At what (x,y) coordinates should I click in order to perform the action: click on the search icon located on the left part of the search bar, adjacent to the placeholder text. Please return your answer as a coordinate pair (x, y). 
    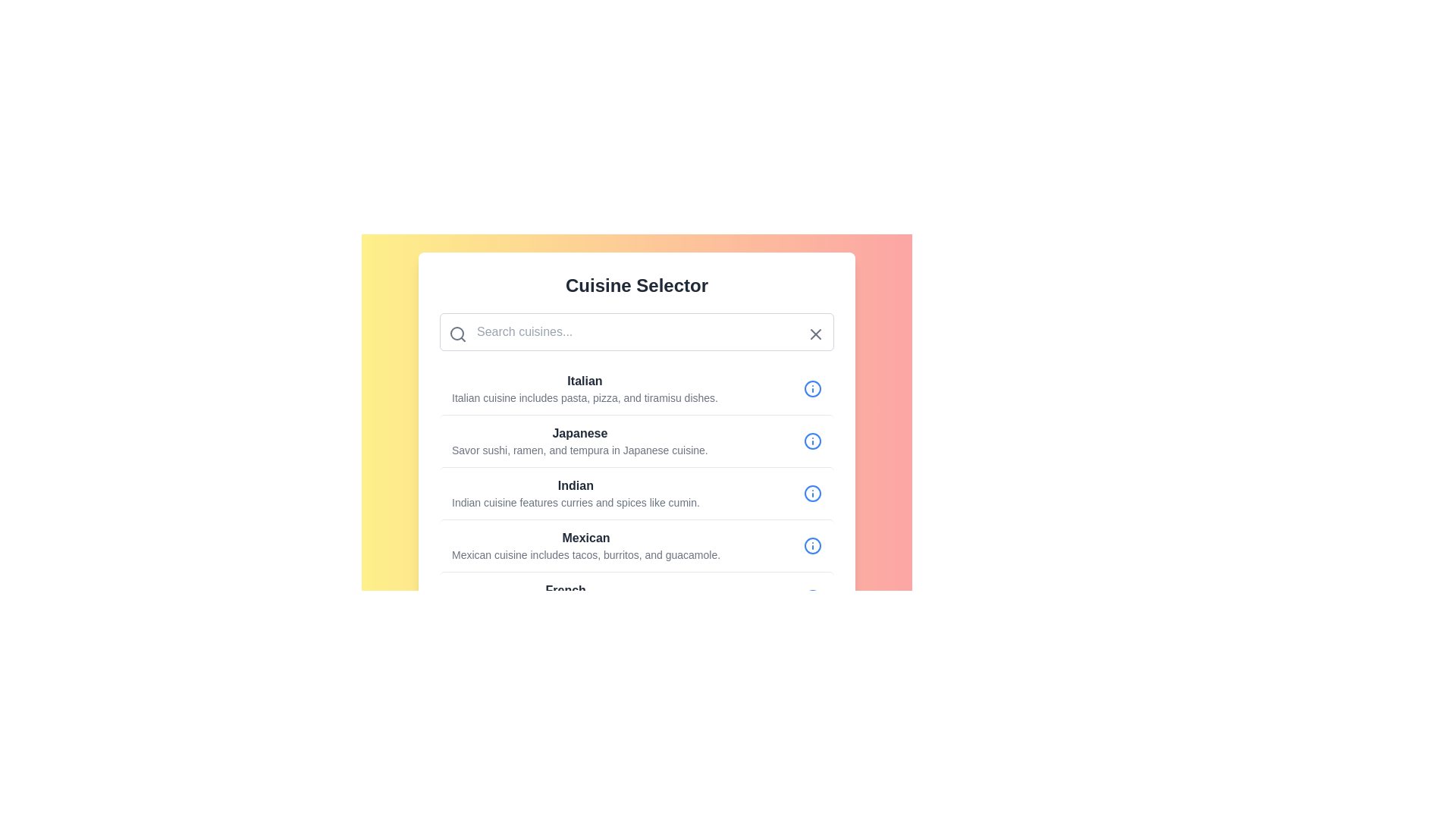
    Looking at the image, I should click on (457, 333).